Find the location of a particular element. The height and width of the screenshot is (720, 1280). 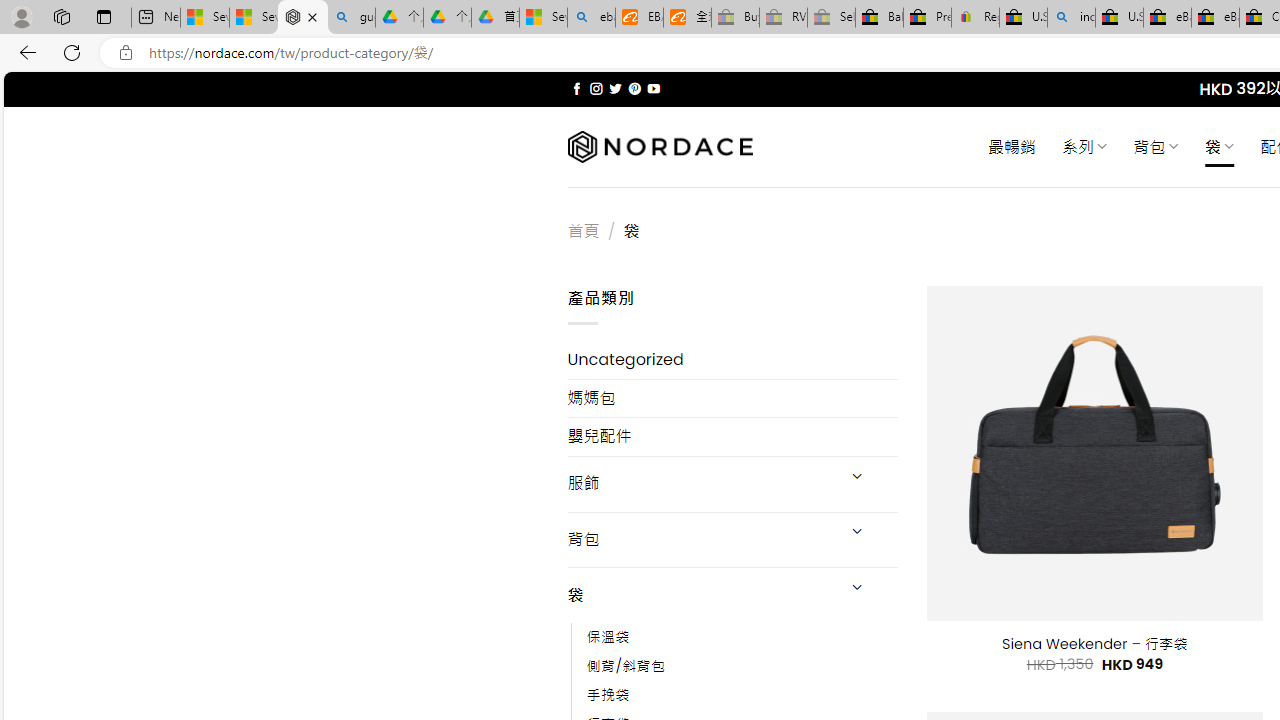

'Register: Create a personal eBay account' is located at coordinates (976, 17).